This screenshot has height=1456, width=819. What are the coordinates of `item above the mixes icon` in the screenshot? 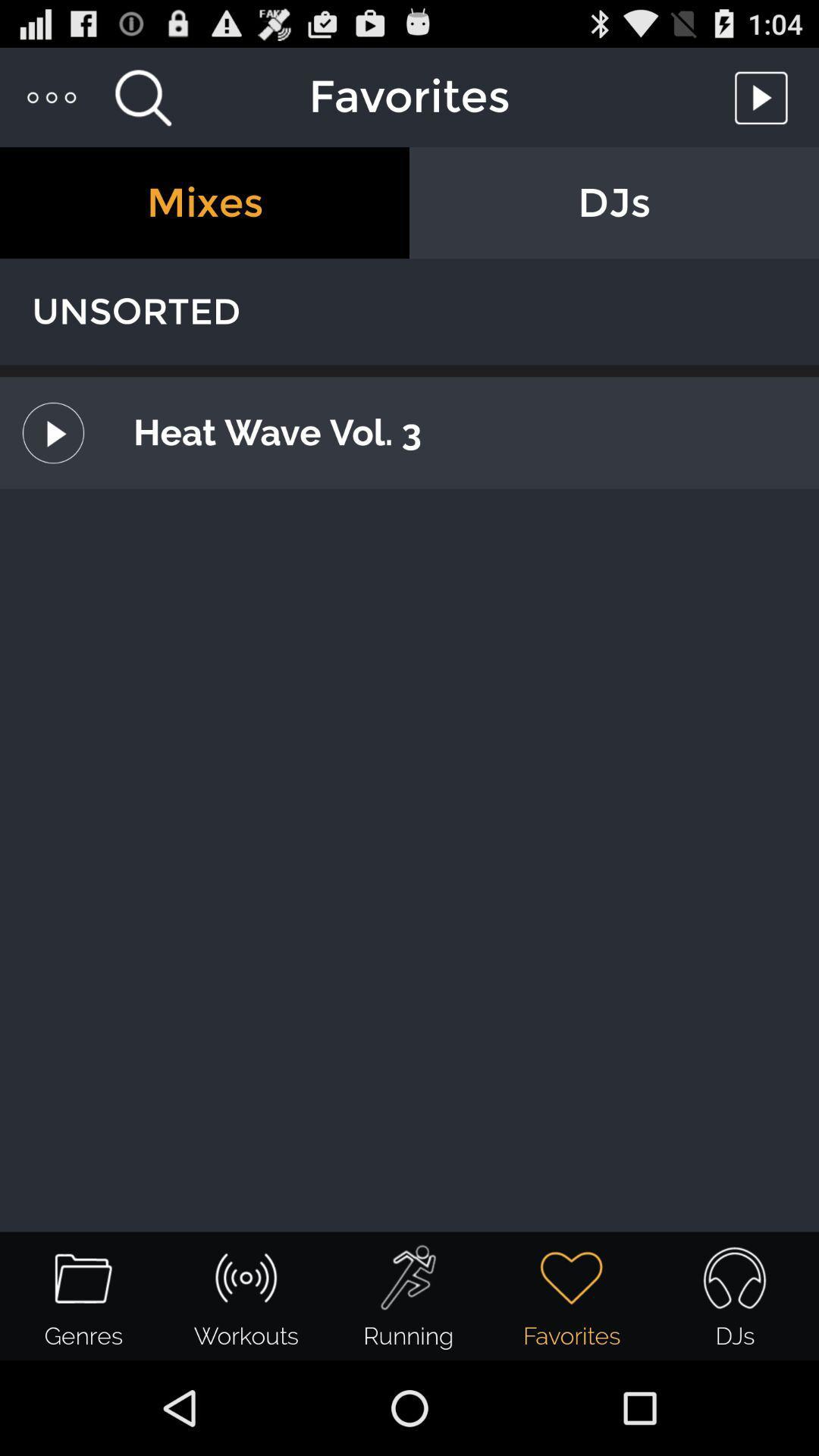 It's located at (52, 96).